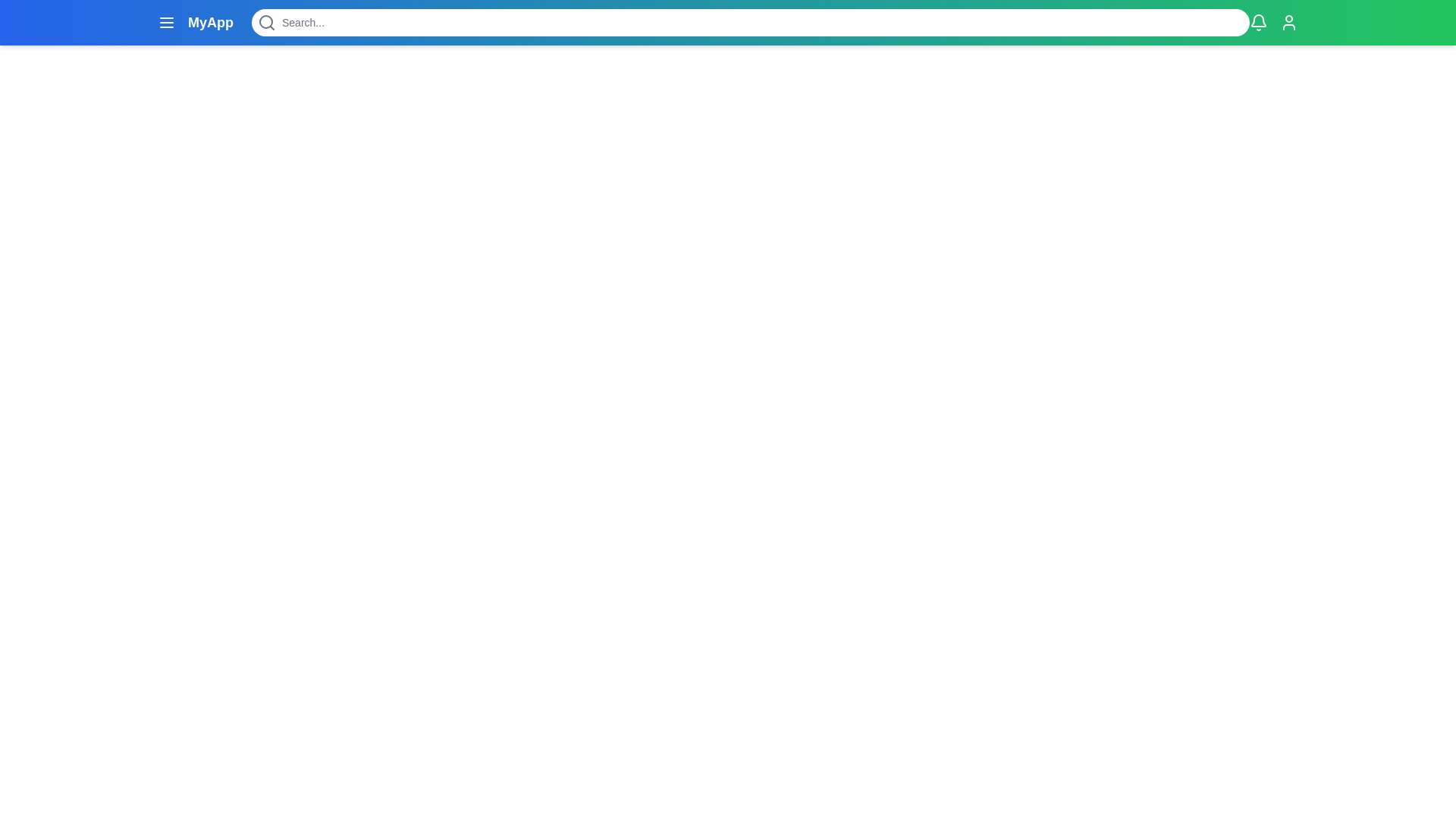  Describe the element at coordinates (1288, 23) in the screenshot. I see `the user icon located in the top-right corner of the application header, which is the second icon from the right` at that location.